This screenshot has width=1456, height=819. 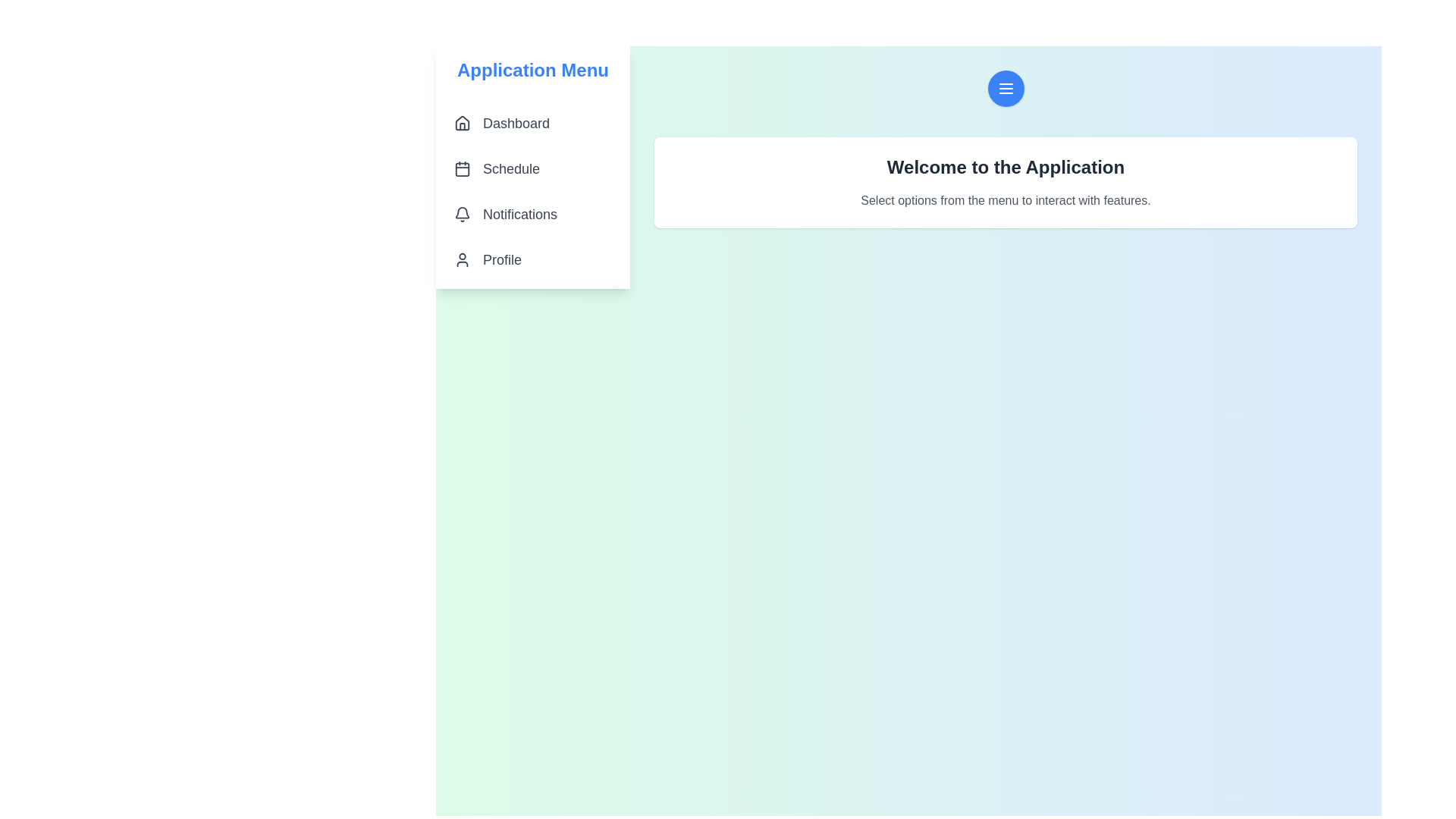 I want to click on the 'Notifications' menu item to navigate to the 'Notifications' section, so click(x=532, y=214).